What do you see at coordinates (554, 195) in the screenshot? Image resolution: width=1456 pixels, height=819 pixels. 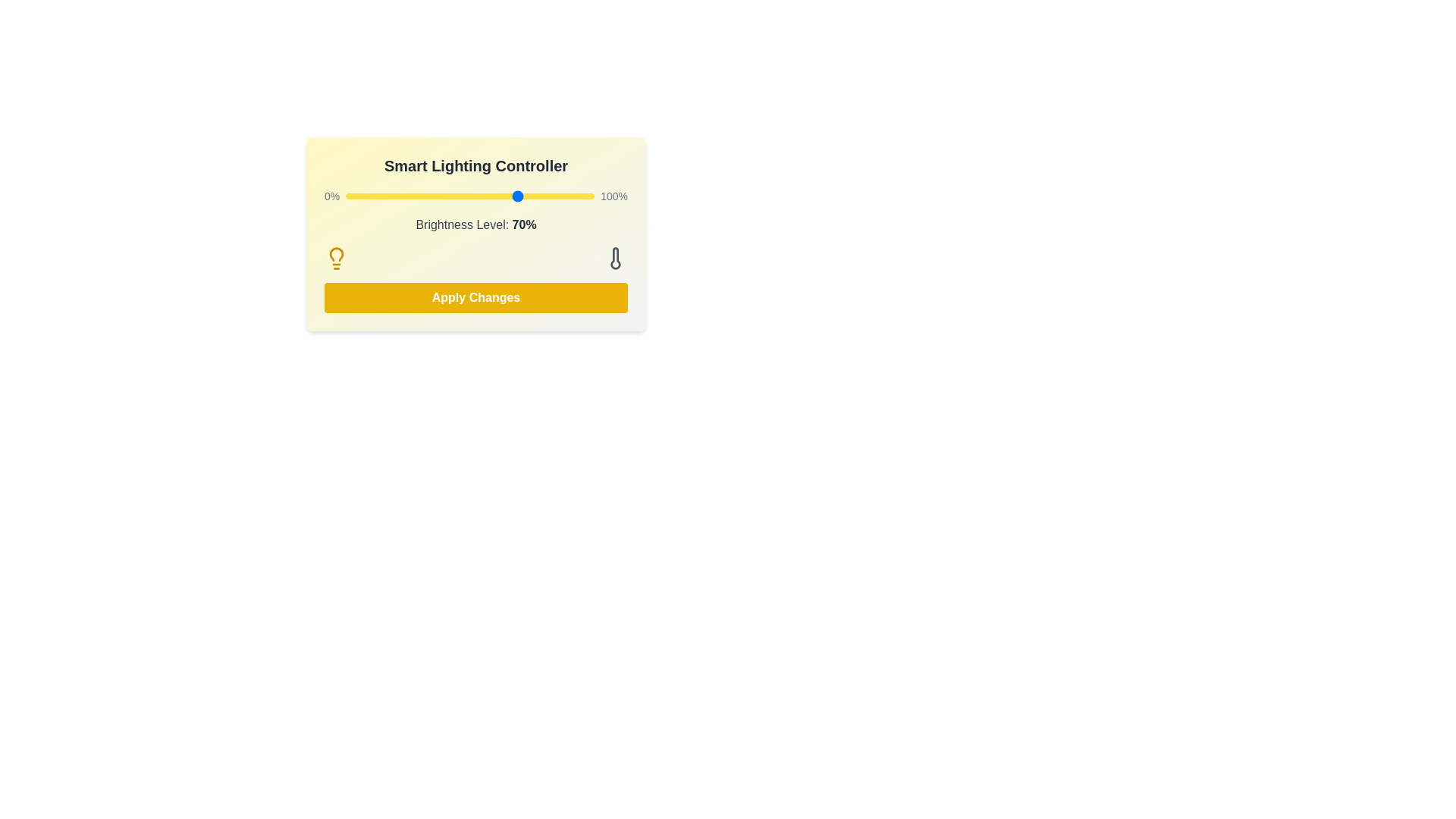 I see `the brightness slider to set the brightness to 84%` at bounding box center [554, 195].